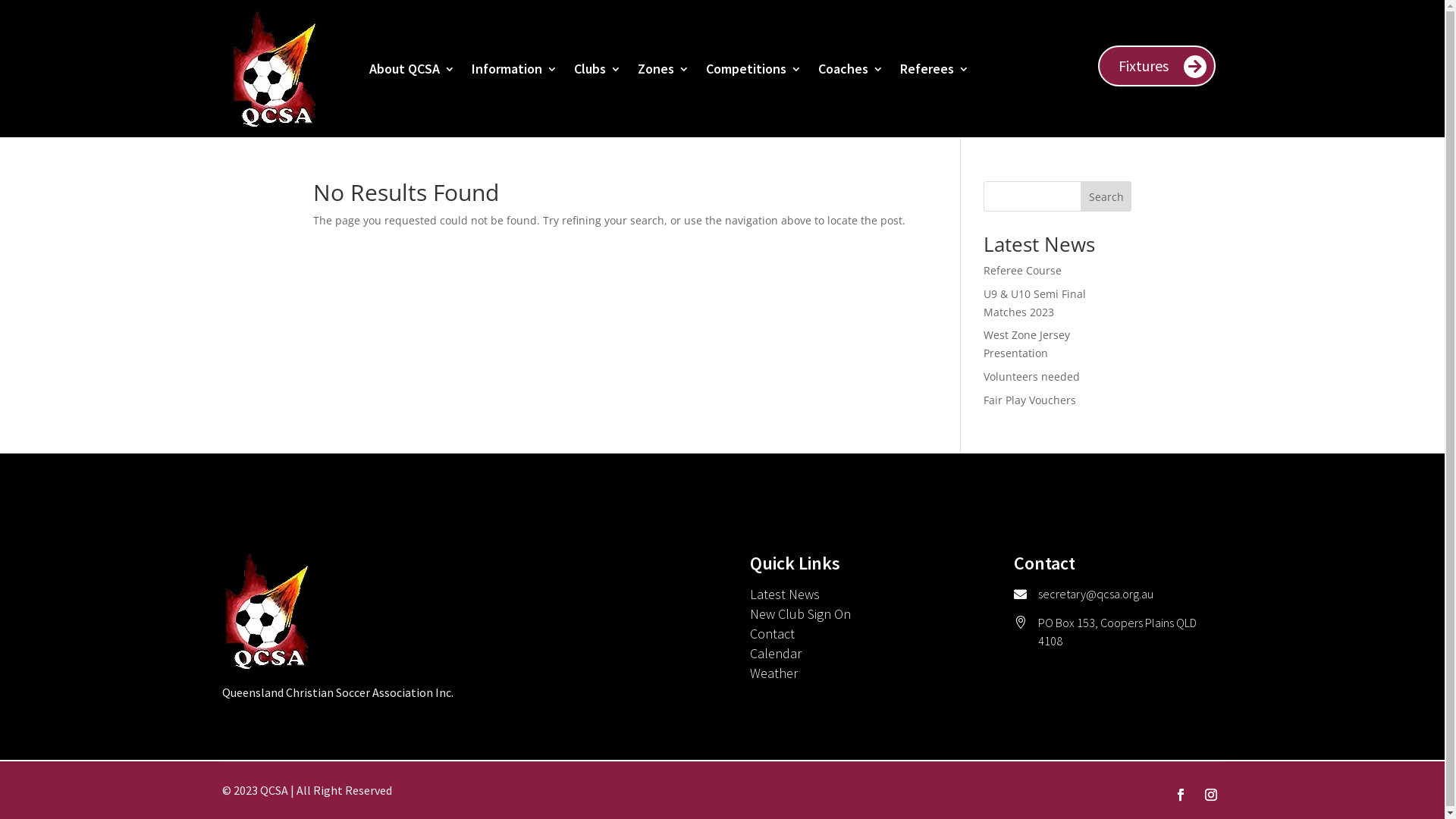 The width and height of the screenshot is (1456, 819). I want to click on 'Referee Course', so click(1022, 269).